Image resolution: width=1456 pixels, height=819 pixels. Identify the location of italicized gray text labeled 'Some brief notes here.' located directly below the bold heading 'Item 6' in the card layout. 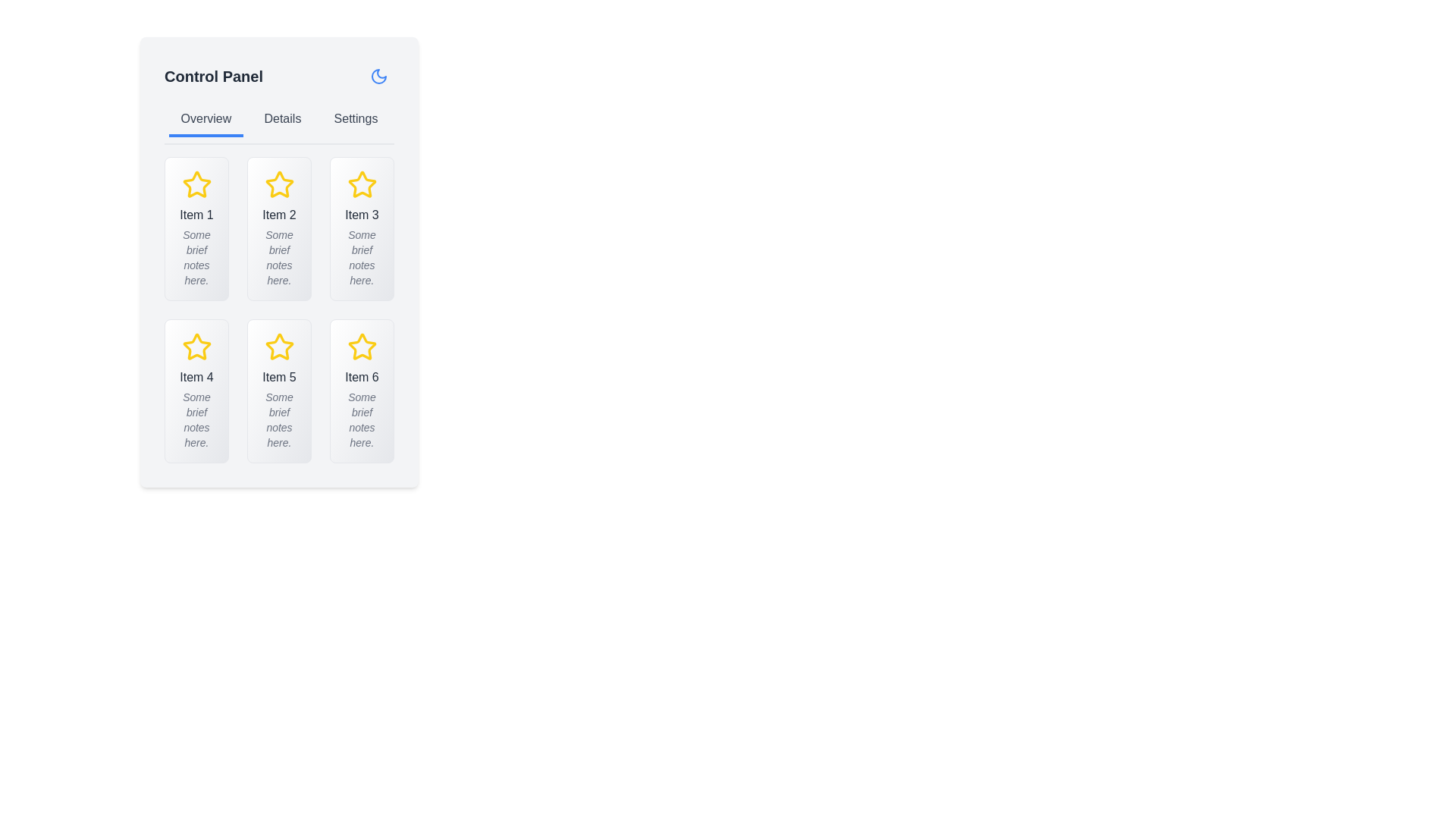
(361, 420).